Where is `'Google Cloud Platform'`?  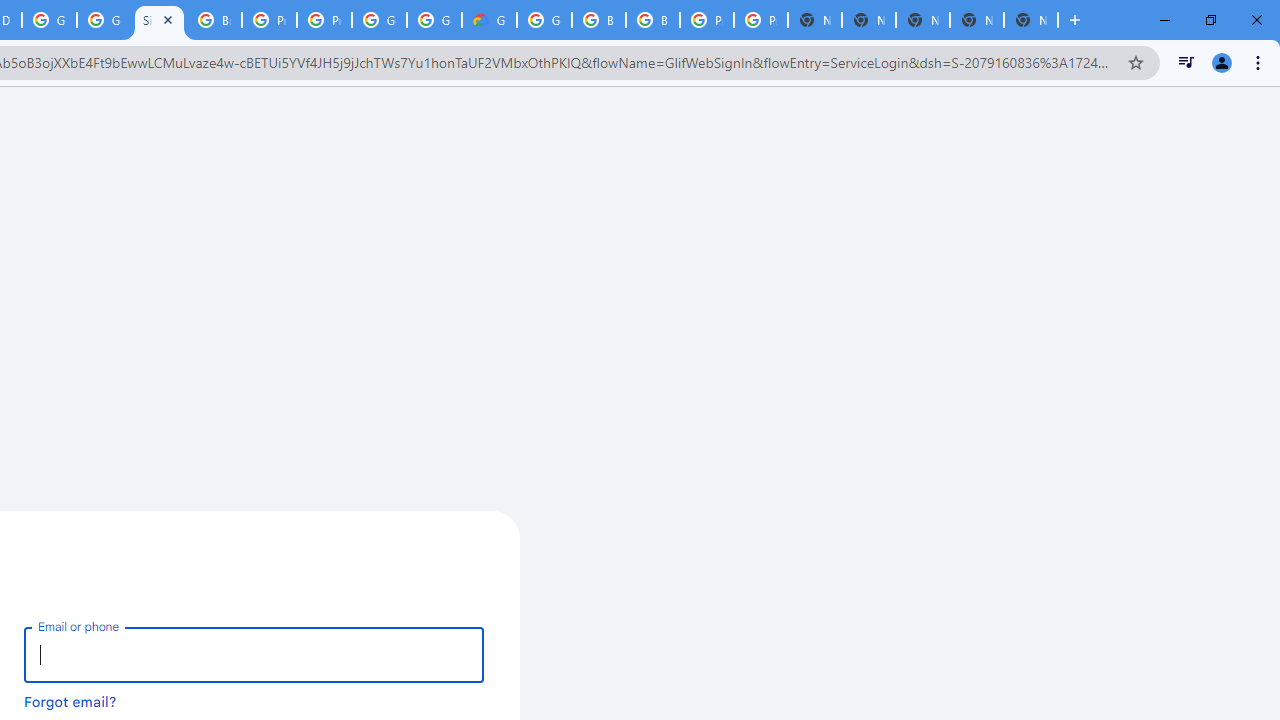 'Google Cloud Platform' is located at coordinates (544, 20).